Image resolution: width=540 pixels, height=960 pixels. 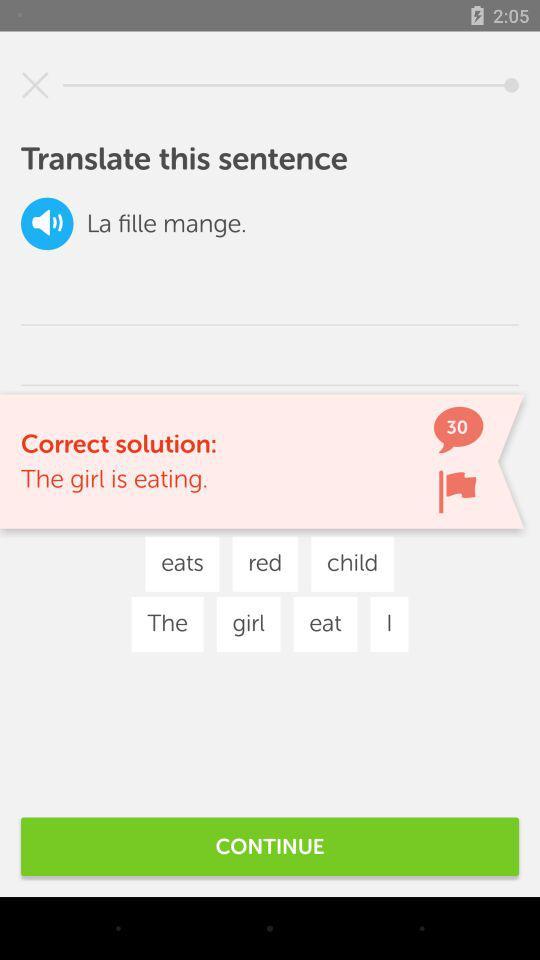 What do you see at coordinates (35, 85) in the screenshot?
I see `click close option` at bounding box center [35, 85].